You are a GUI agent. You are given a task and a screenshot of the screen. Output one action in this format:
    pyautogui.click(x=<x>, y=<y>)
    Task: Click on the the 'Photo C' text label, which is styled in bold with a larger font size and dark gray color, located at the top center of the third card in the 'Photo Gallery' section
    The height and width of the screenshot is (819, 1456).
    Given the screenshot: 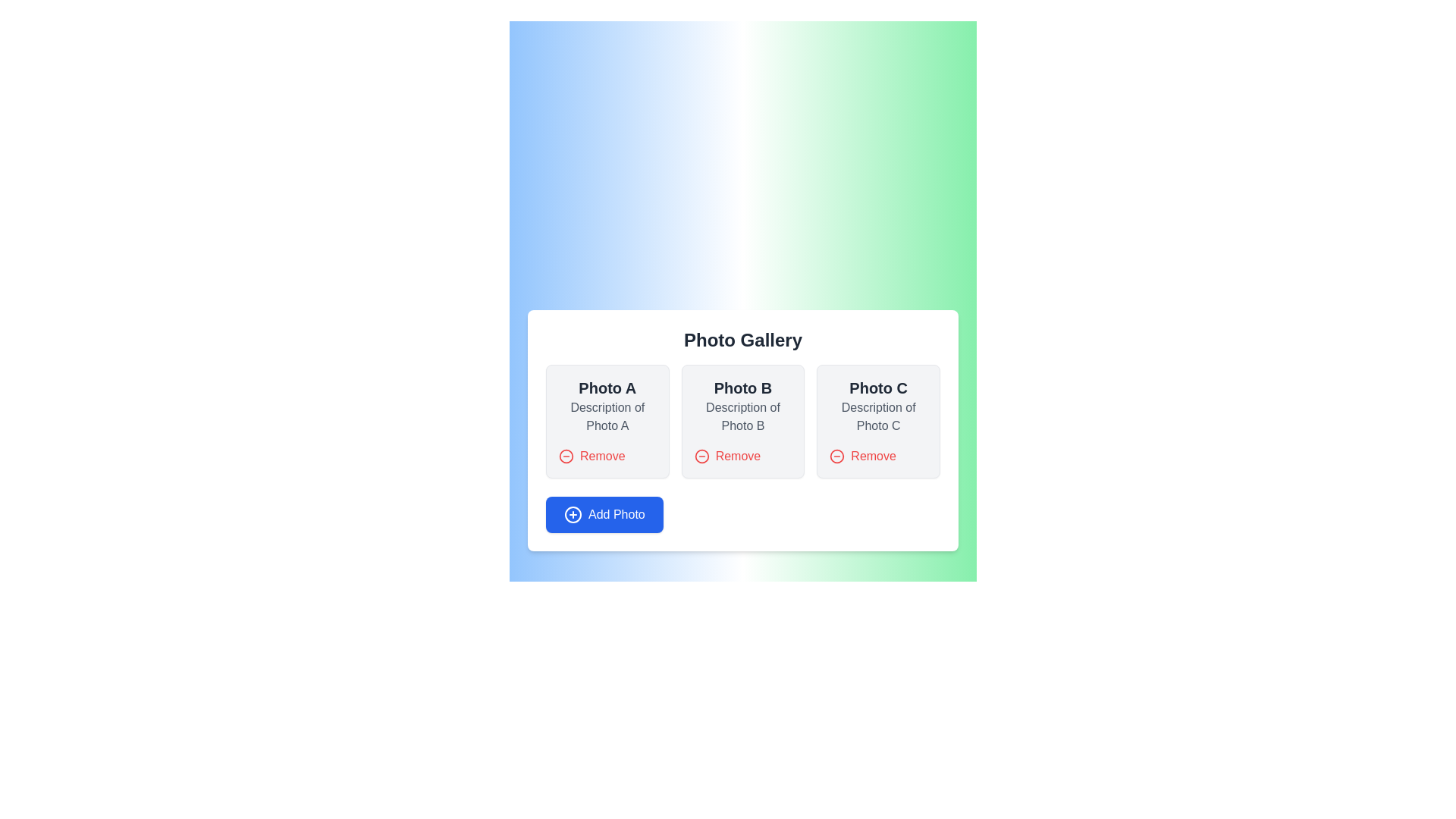 What is the action you would take?
    pyautogui.click(x=878, y=388)
    